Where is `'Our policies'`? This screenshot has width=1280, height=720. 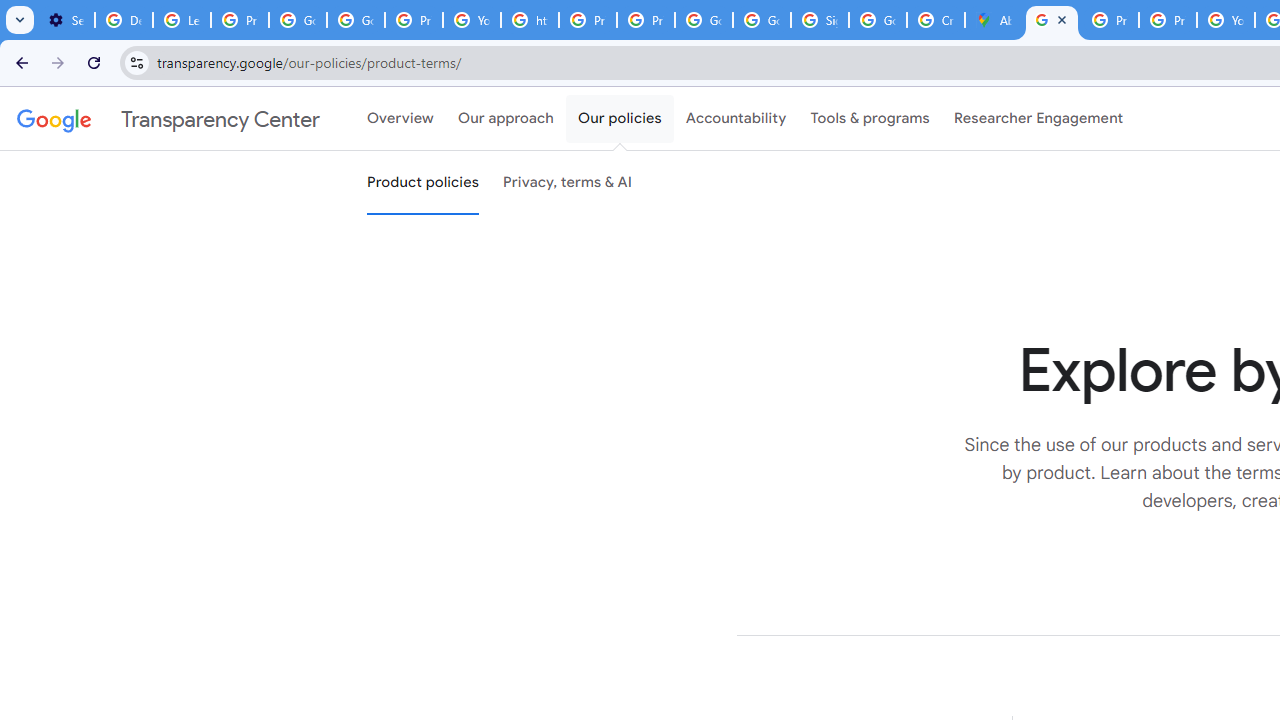 'Our policies' is located at coordinates (619, 119).